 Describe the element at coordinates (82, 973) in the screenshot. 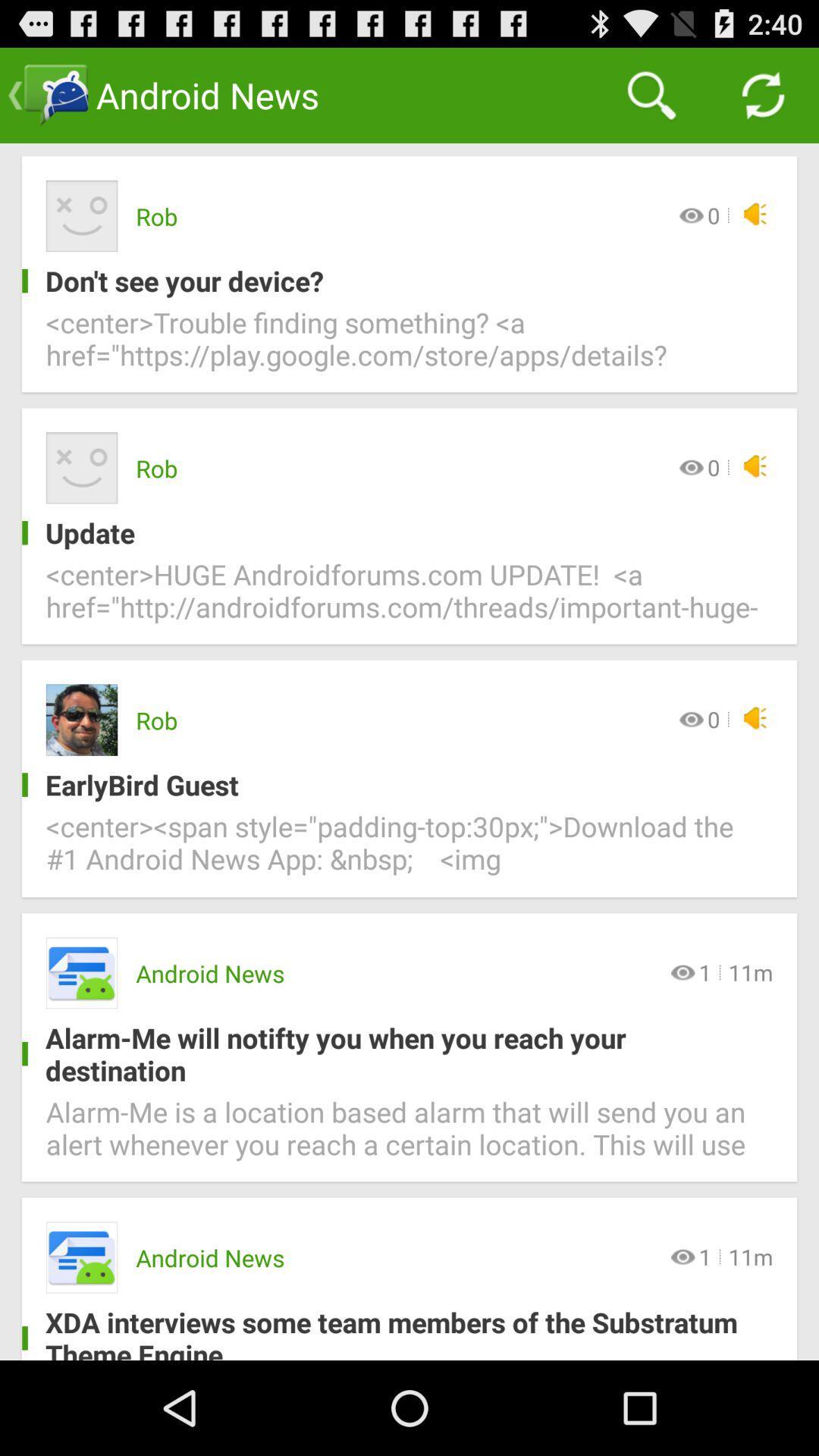

I see `the fourth icon of the page which is on the left side` at that location.